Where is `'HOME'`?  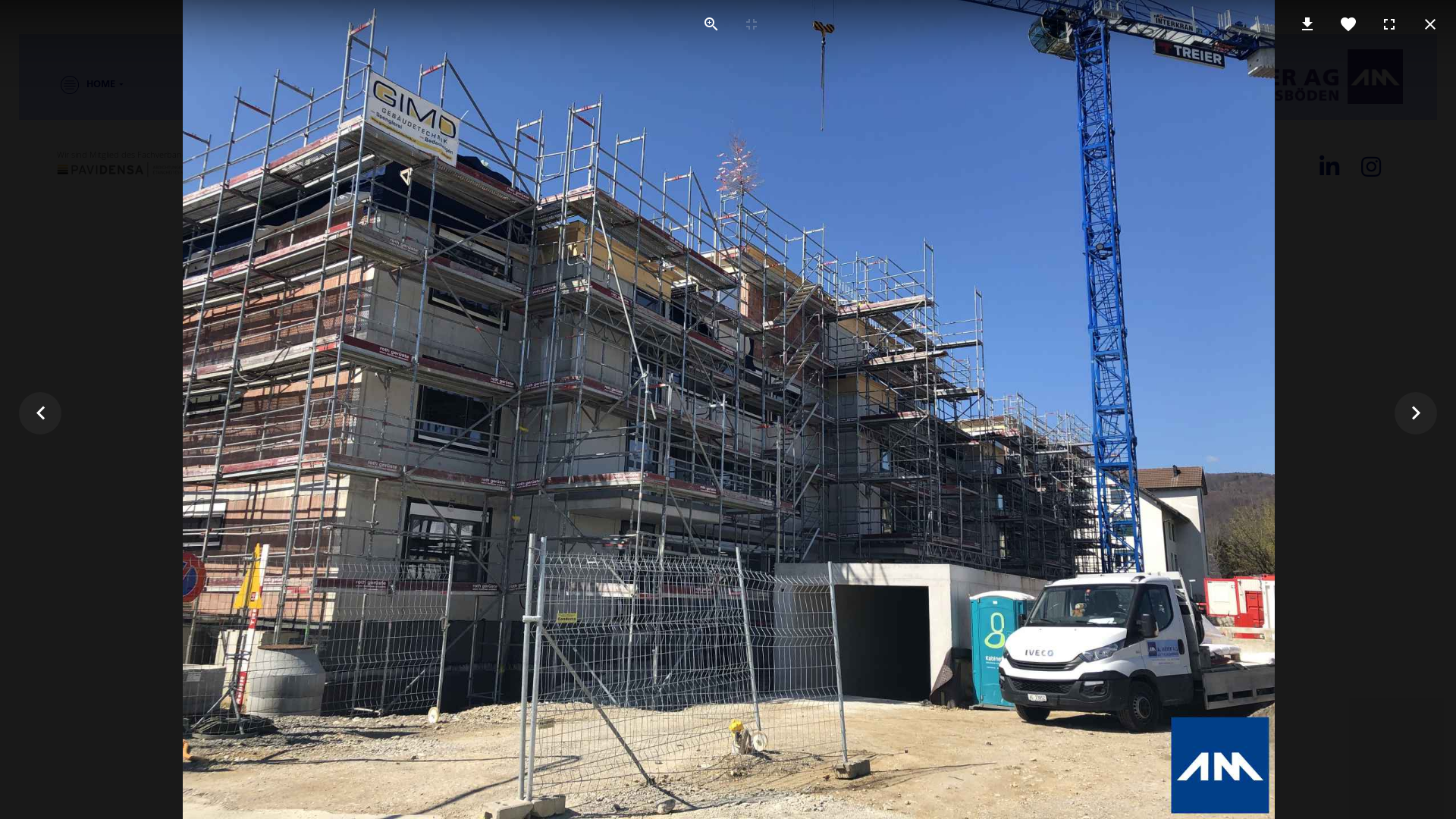 'HOME' is located at coordinates (79, 84).